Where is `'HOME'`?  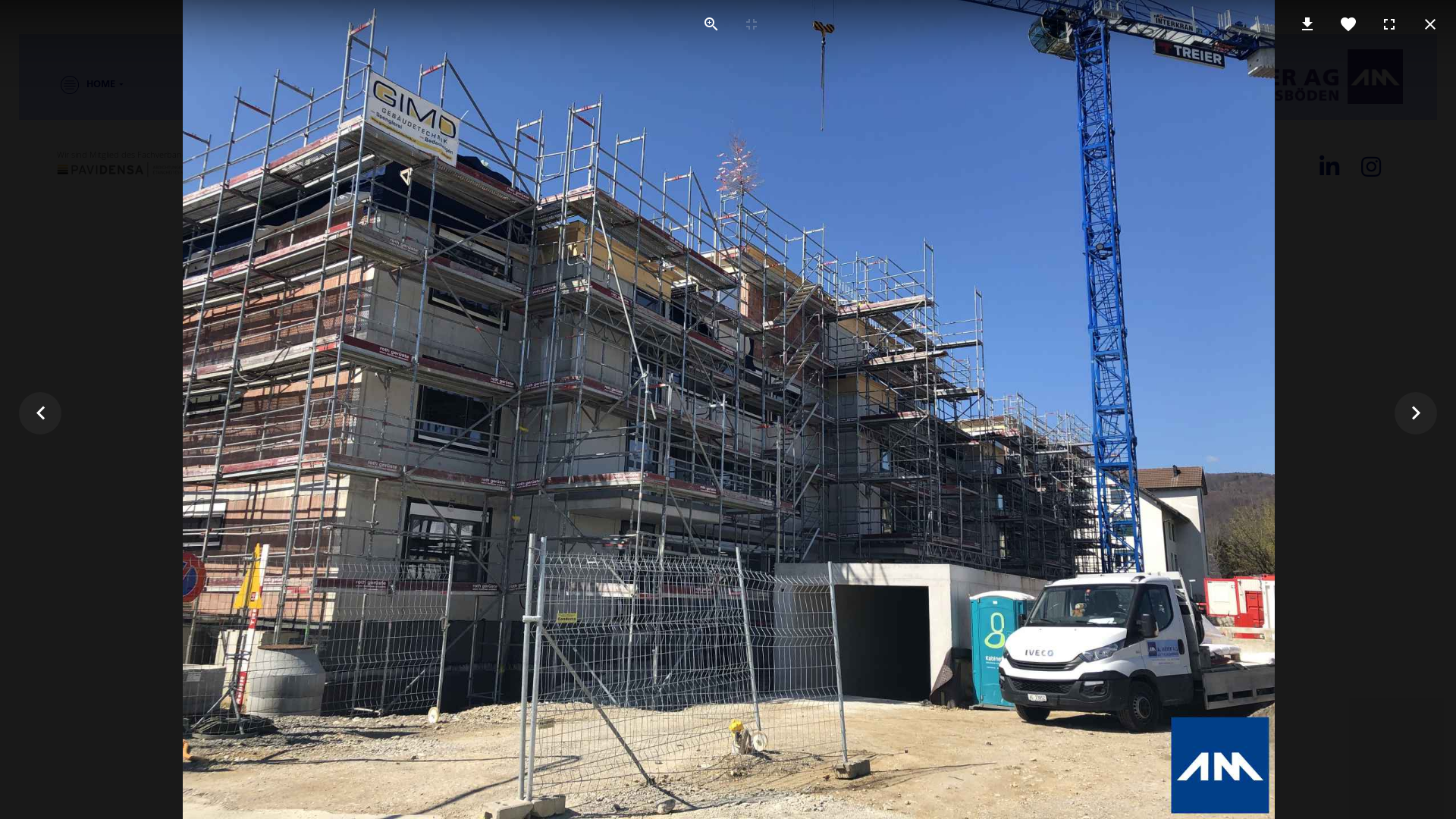 'HOME' is located at coordinates (79, 84).